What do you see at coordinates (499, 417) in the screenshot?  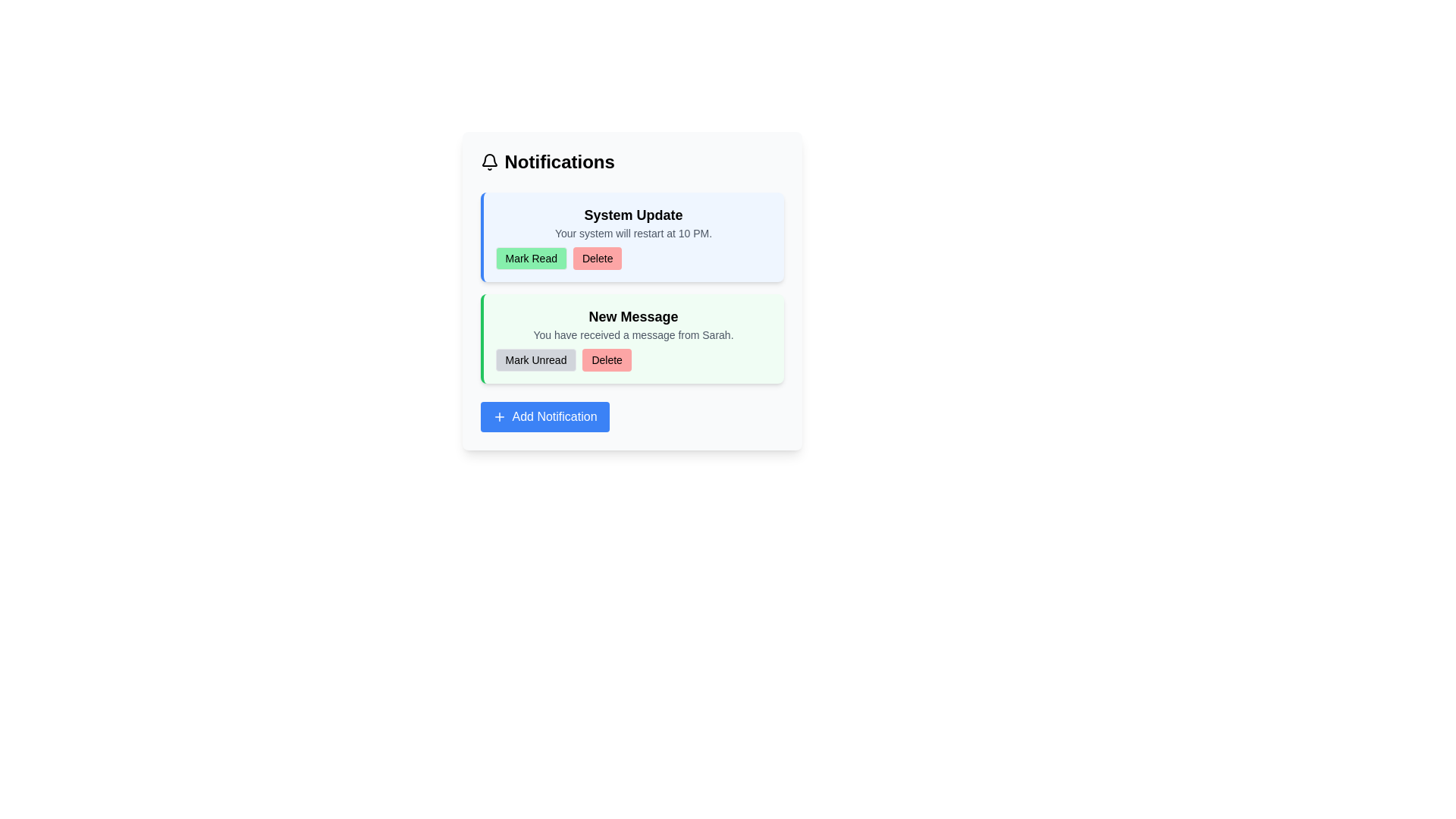 I see `the plus sign icon within the 'Add Notification' button` at bounding box center [499, 417].